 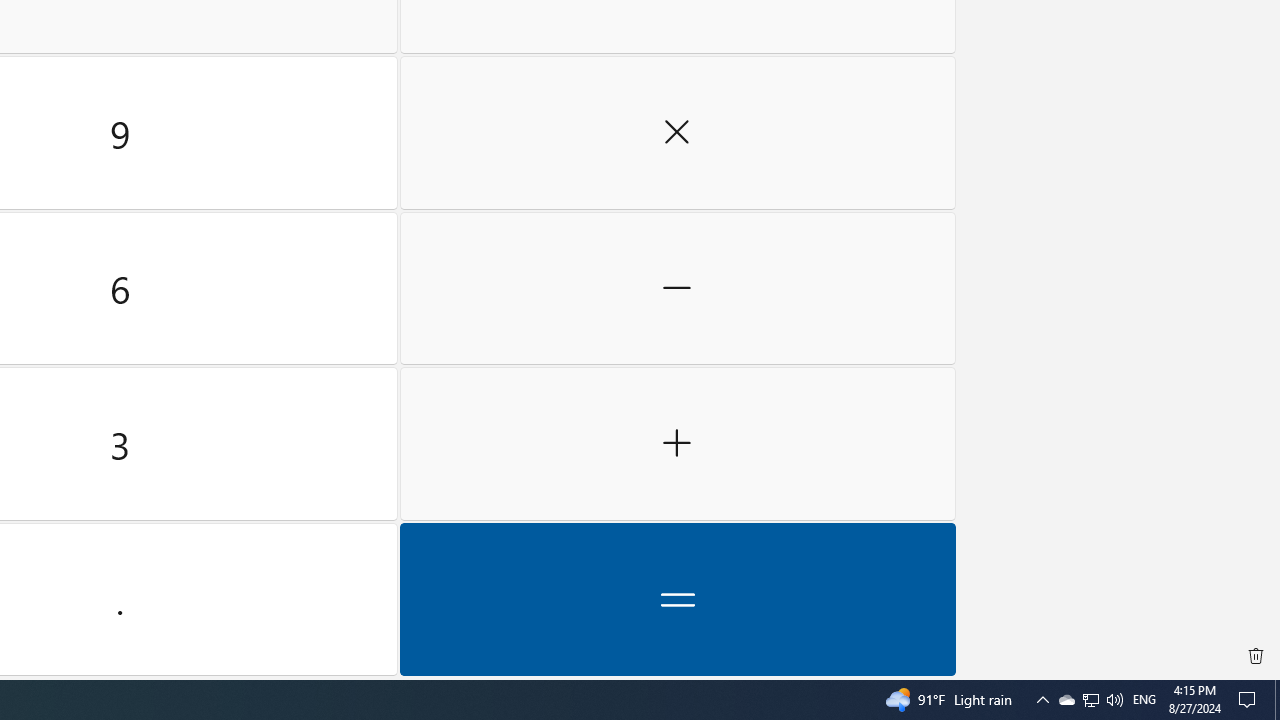 What do you see at coordinates (677, 443) in the screenshot?
I see `'Plus'` at bounding box center [677, 443].